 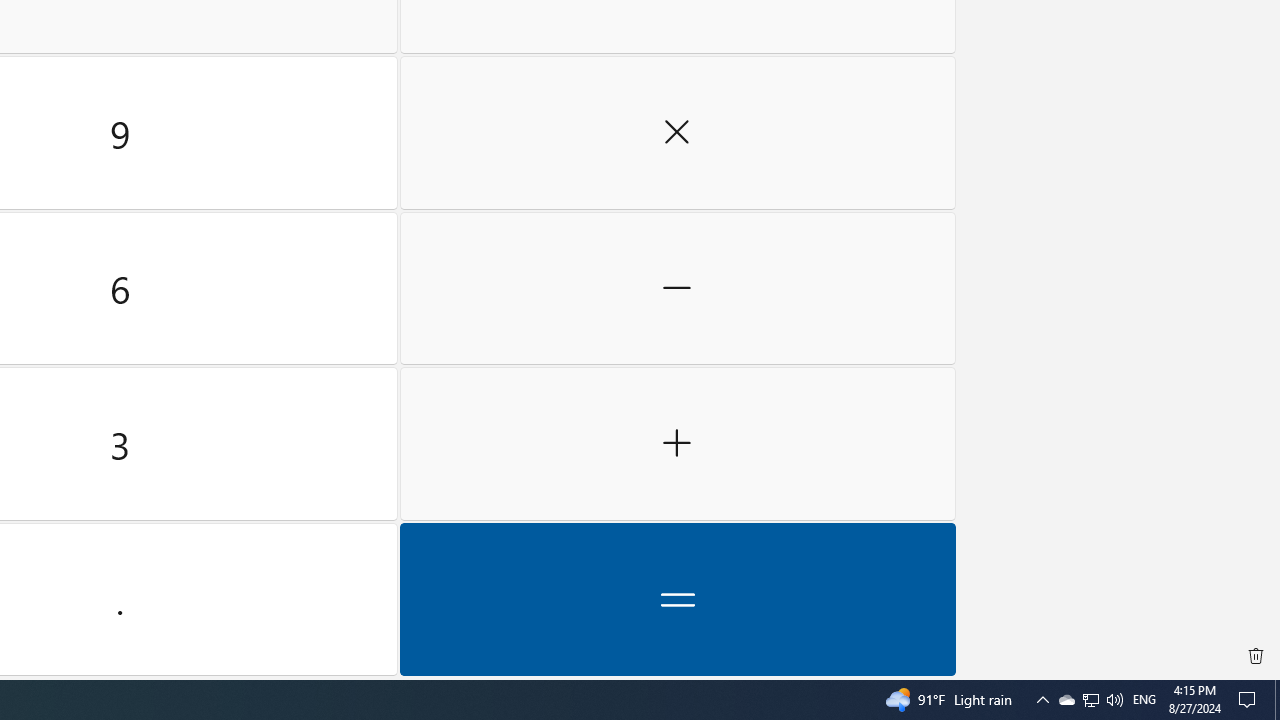 What do you see at coordinates (677, 443) in the screenshot?
I see `'Plus'` at bounding box center [677, 443].